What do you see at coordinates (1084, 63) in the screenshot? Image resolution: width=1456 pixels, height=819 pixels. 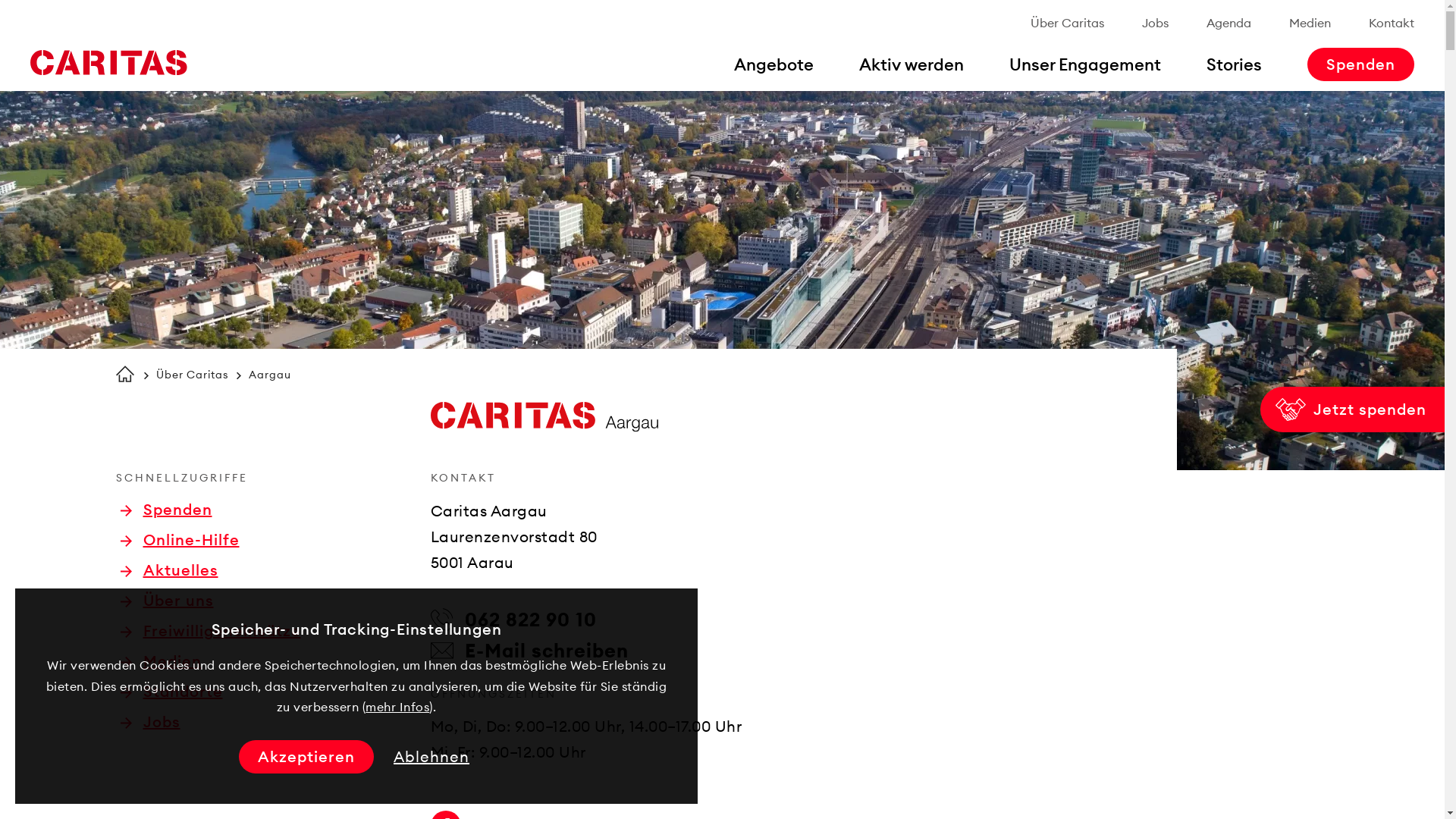 I see `'Unser Engagement'` at bounding box center [1084, 63].